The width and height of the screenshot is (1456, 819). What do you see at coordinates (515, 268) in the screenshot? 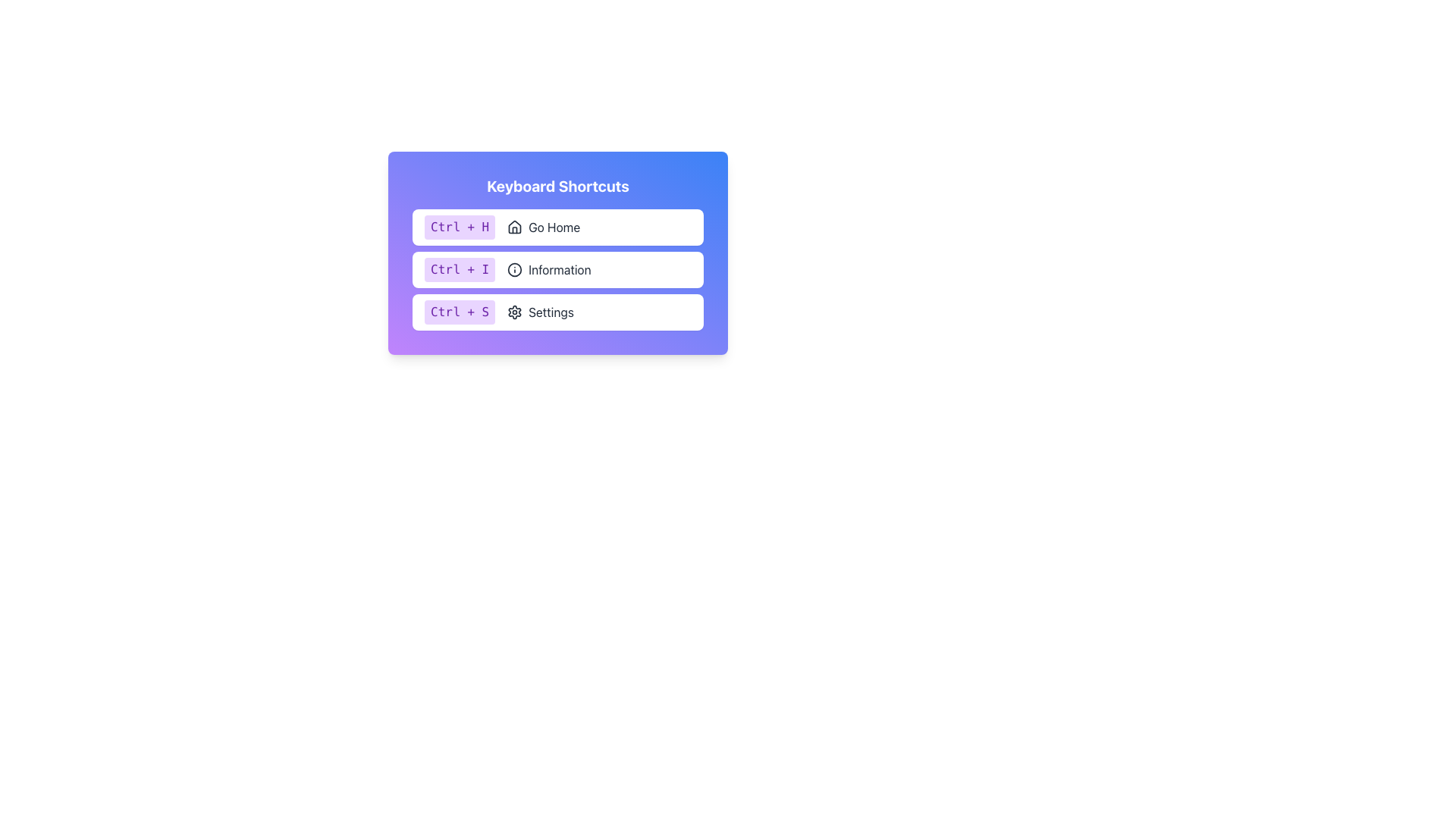
I see `the circular border of the information icon located in the middle row of the shortcut list` at bounding box center [515, 268].